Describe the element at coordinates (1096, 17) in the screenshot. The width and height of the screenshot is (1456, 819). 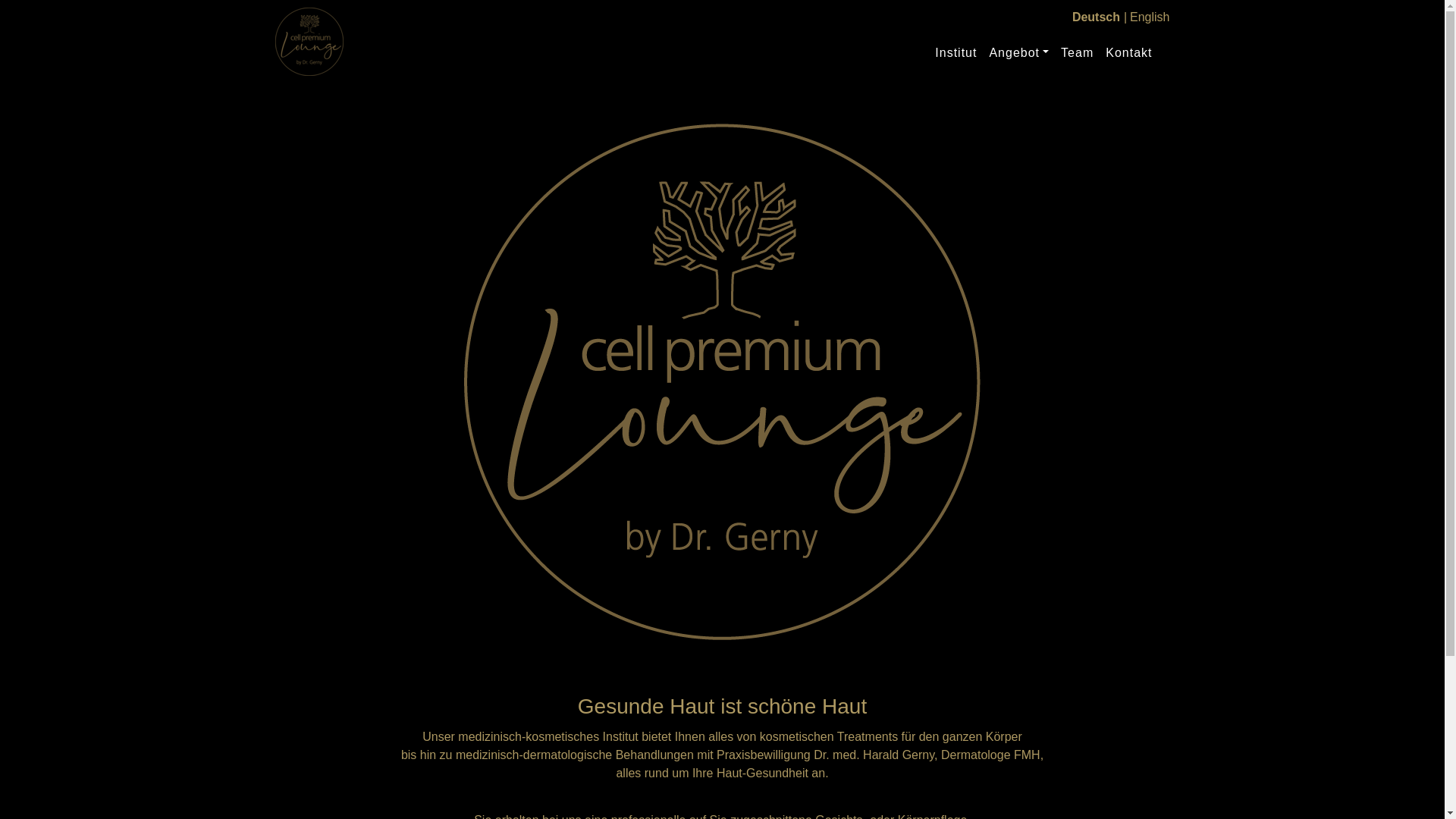
I see `'Deutsch'` at that location.